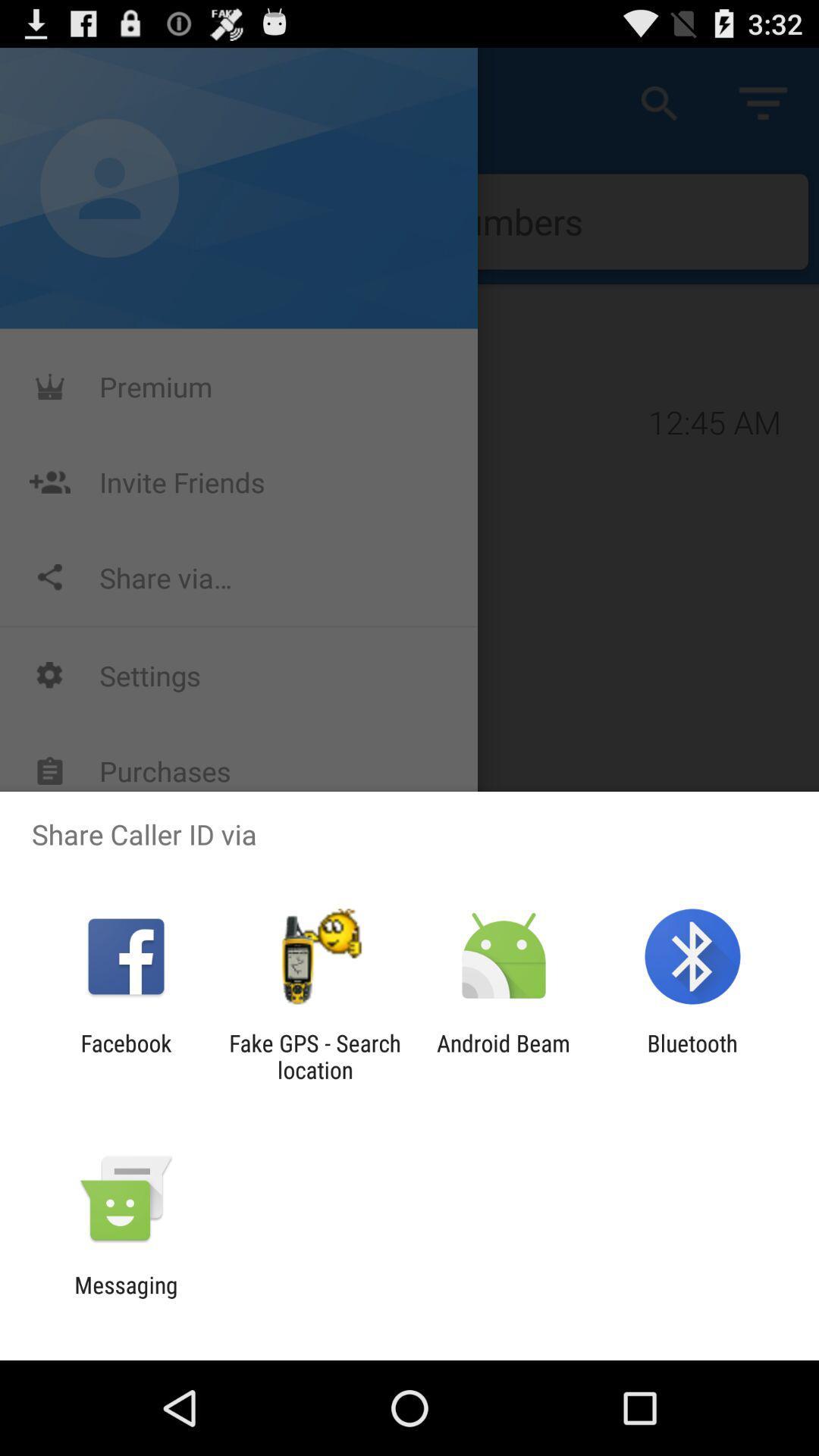 Image resolution: width=819 pixels, height=1456 pixels. What do you see at coordinates (504, 1056) in the screenshot?
I see `the app next to the fake gps search icon` at bounding box center [504, 1056].